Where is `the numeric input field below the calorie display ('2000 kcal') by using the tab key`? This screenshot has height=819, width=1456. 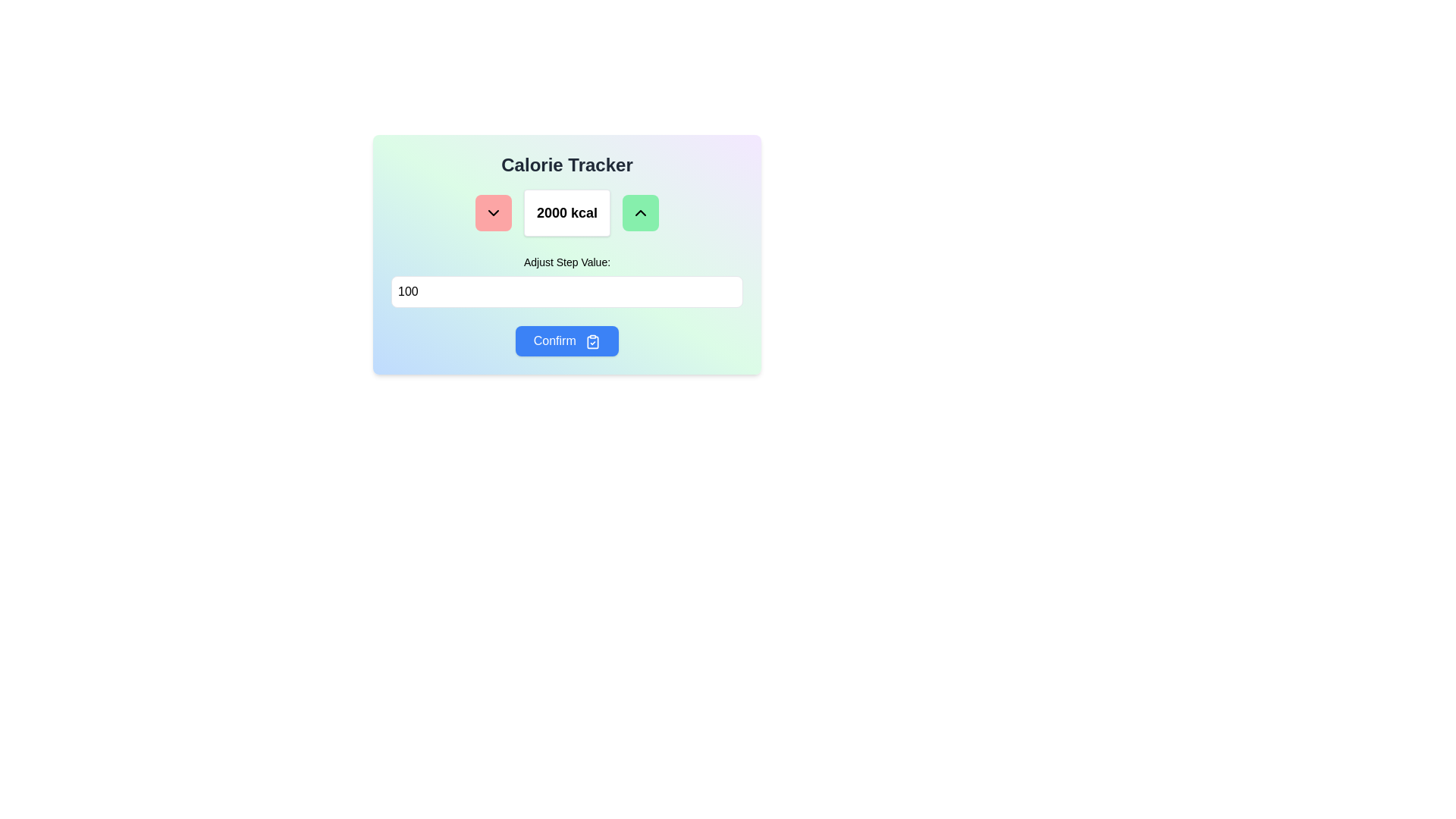 the numeric input field below the calorie display ('2000 kcal') by using the tab key is located at coordinates (566, 281).